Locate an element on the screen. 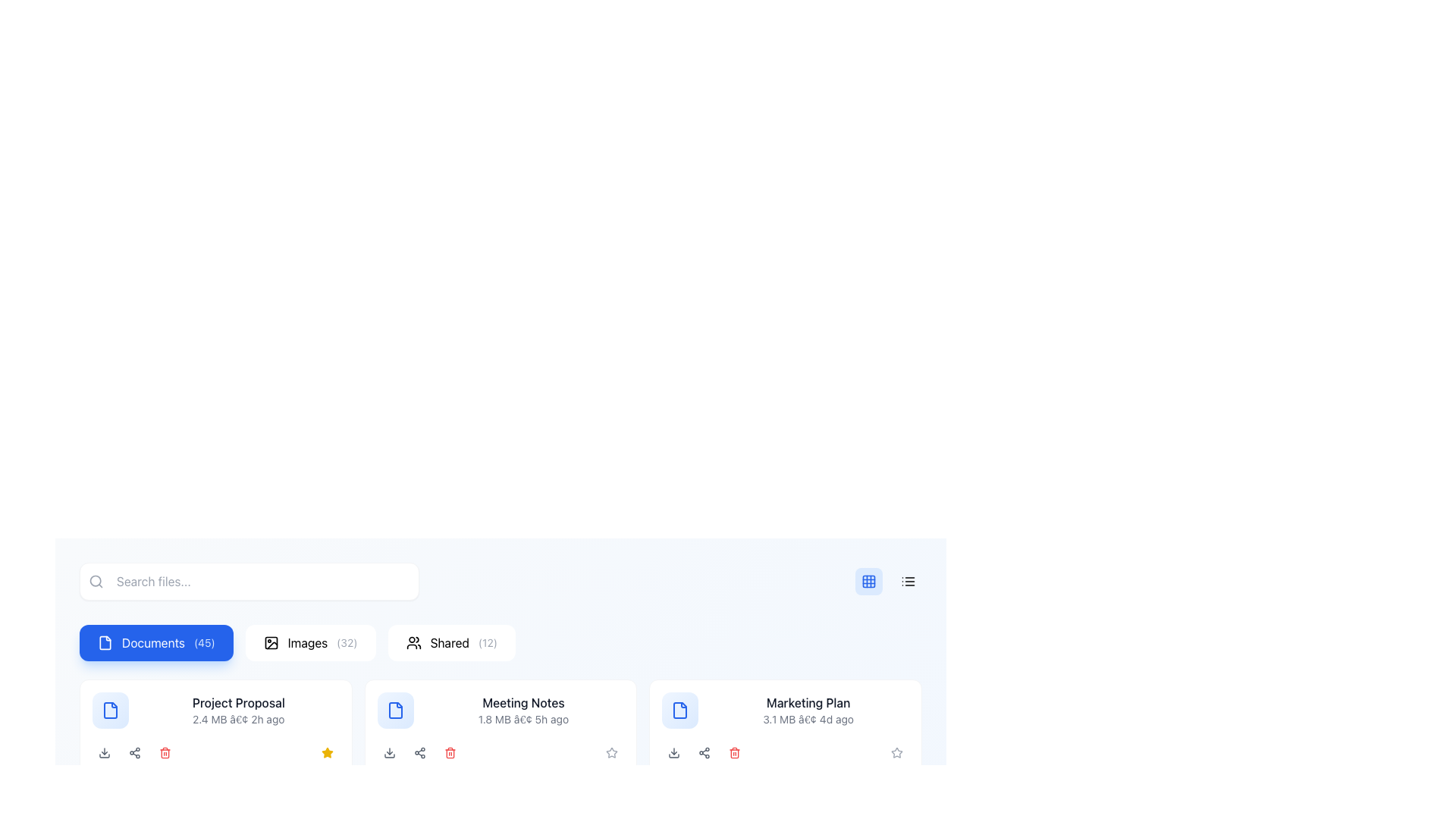 The height and width of the screenshot is (819, 1456). the document icon associated with the 'Project Proposal' in the 'Documents' section, which is the leftmost icon in its card is located at coordinates (395, 711).